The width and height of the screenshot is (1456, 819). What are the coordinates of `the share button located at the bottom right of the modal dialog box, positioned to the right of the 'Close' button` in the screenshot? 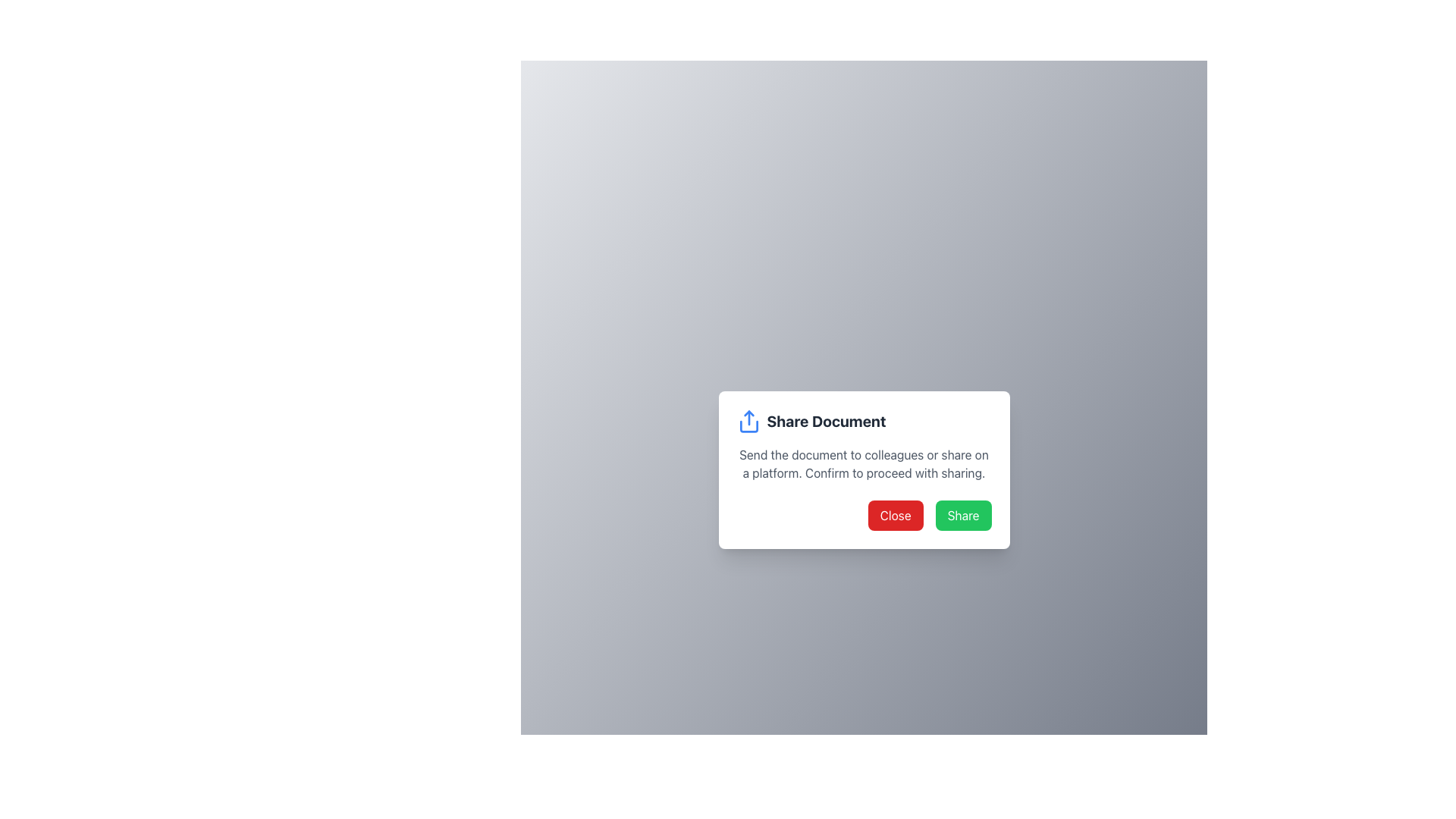 It's located at (962, 514).